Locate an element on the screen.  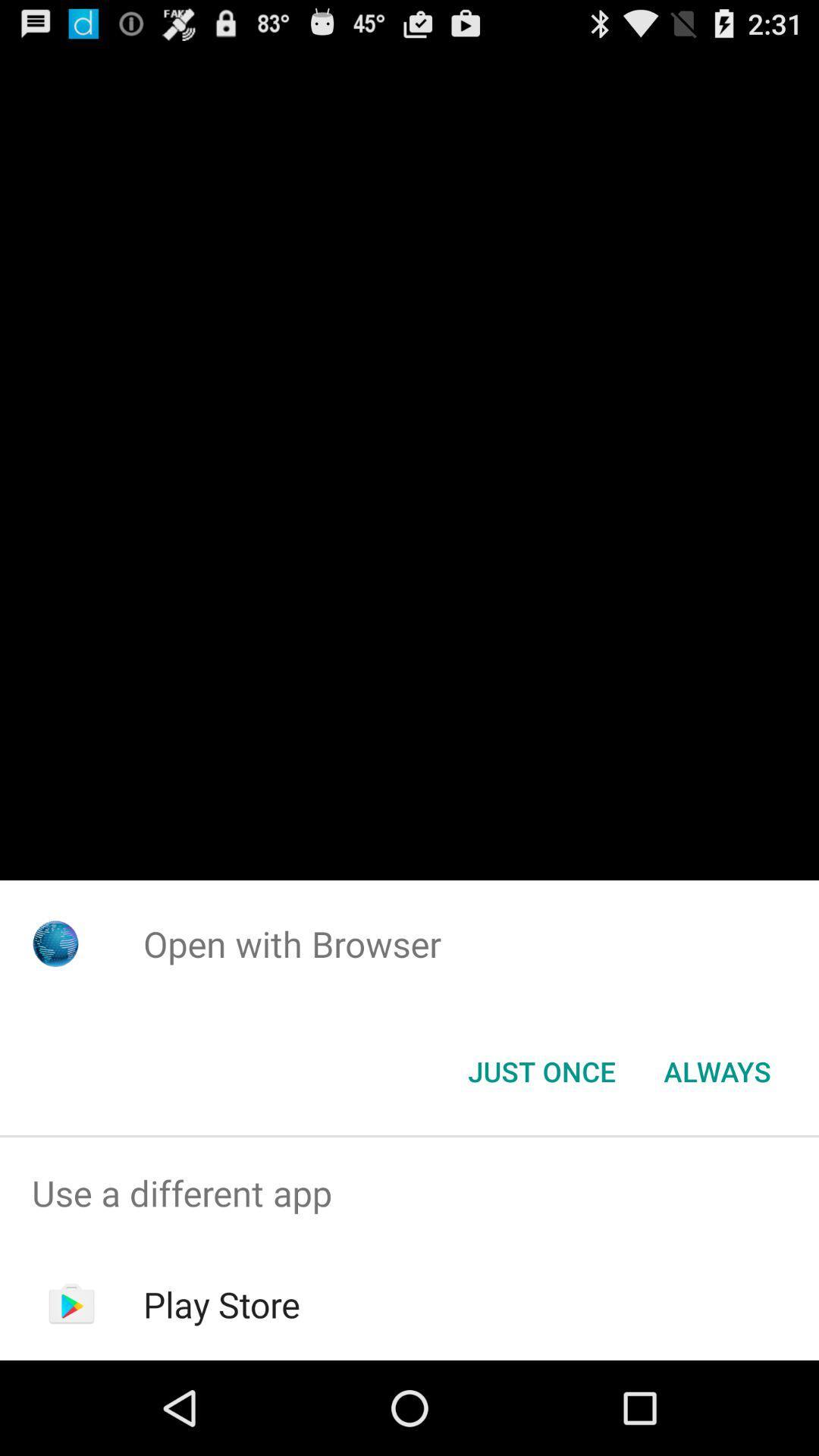
app above play store item is located at coordinates (409, 1192).